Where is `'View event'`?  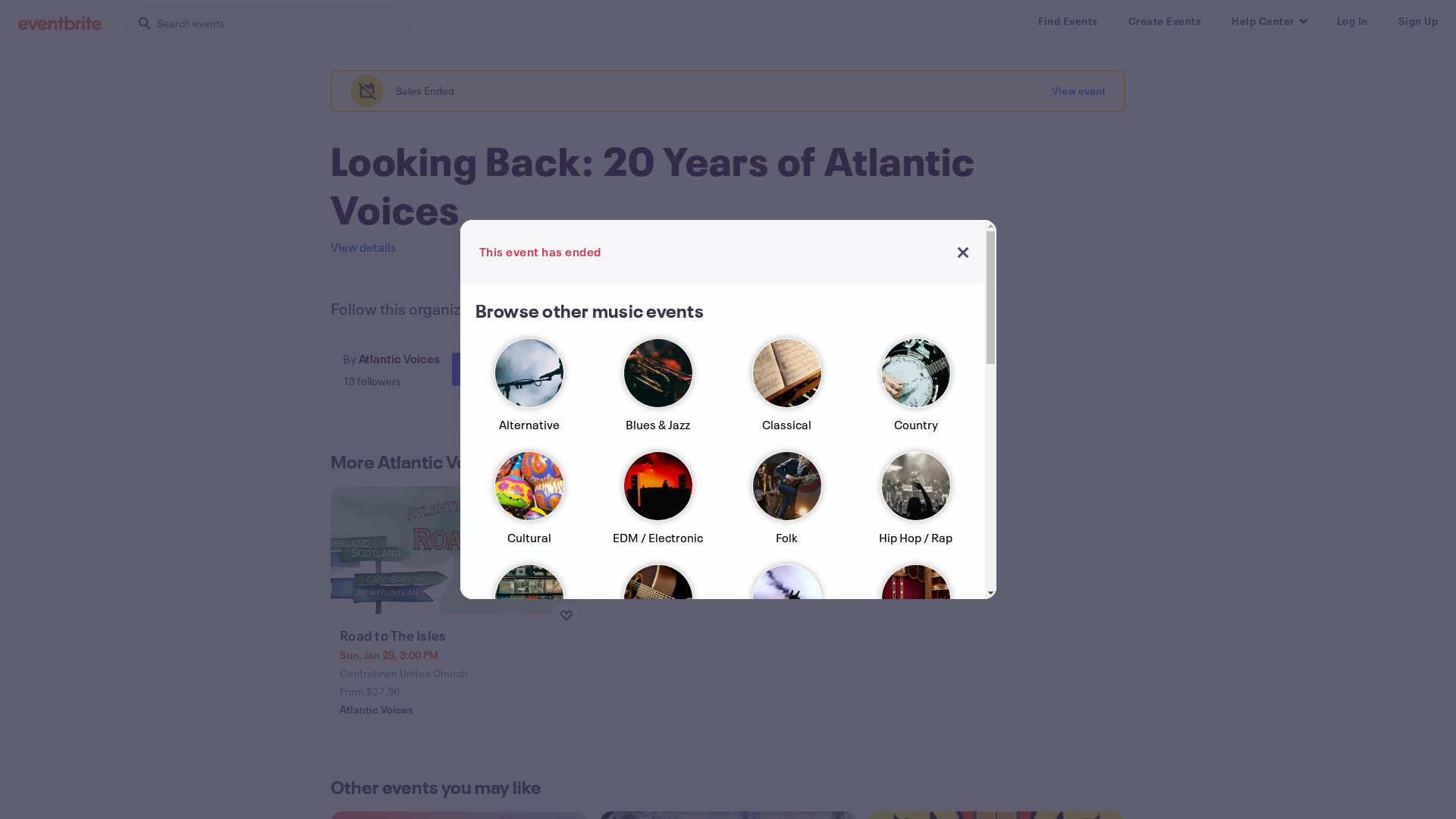 'View event' is located at coordinates (1078, 90).